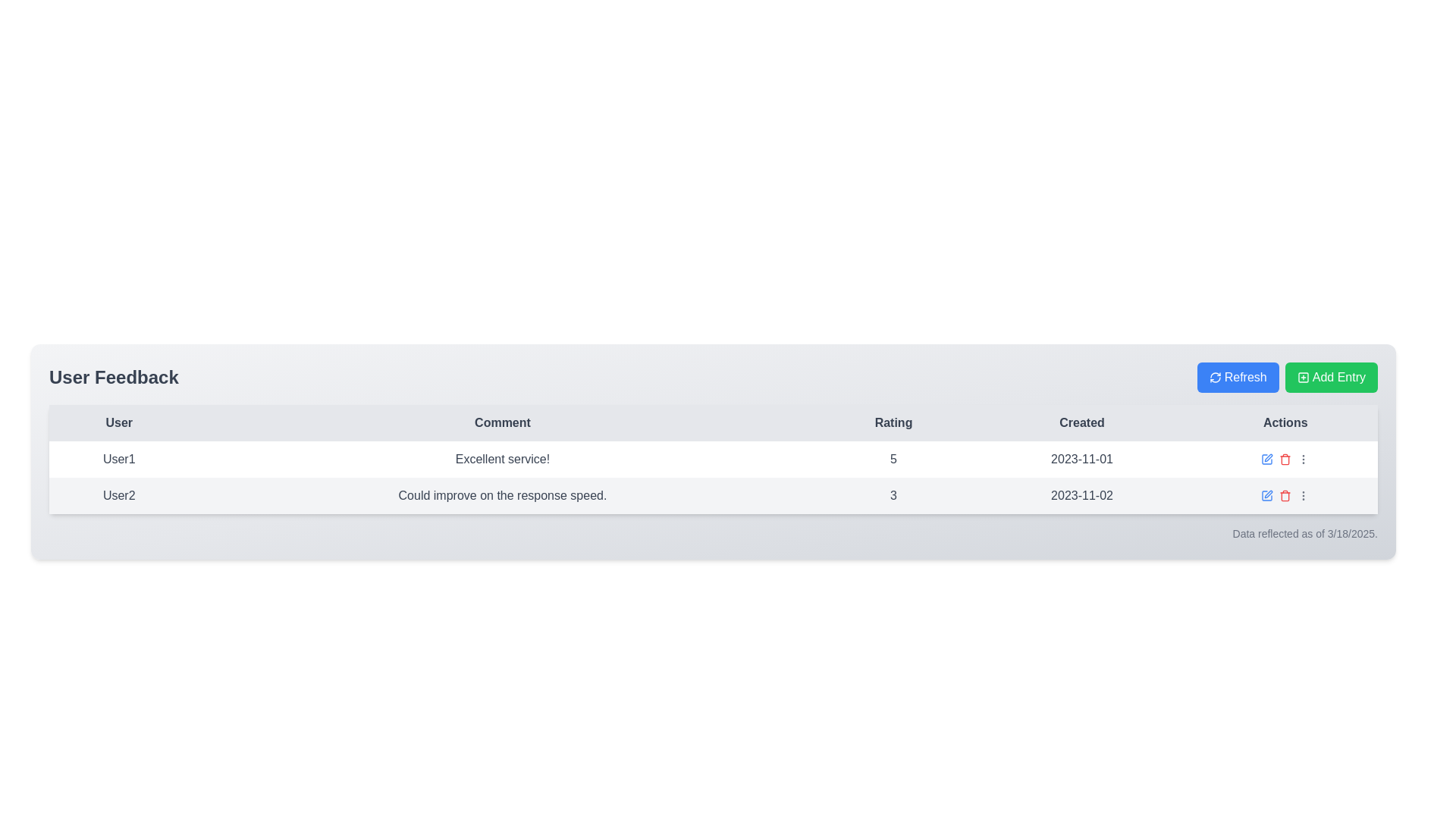 This screenshot has width=1456, height=819. I want to click on text label displaying 'User' which is the first column header of a table, located at the top left position within the header row, so click(118, 423).